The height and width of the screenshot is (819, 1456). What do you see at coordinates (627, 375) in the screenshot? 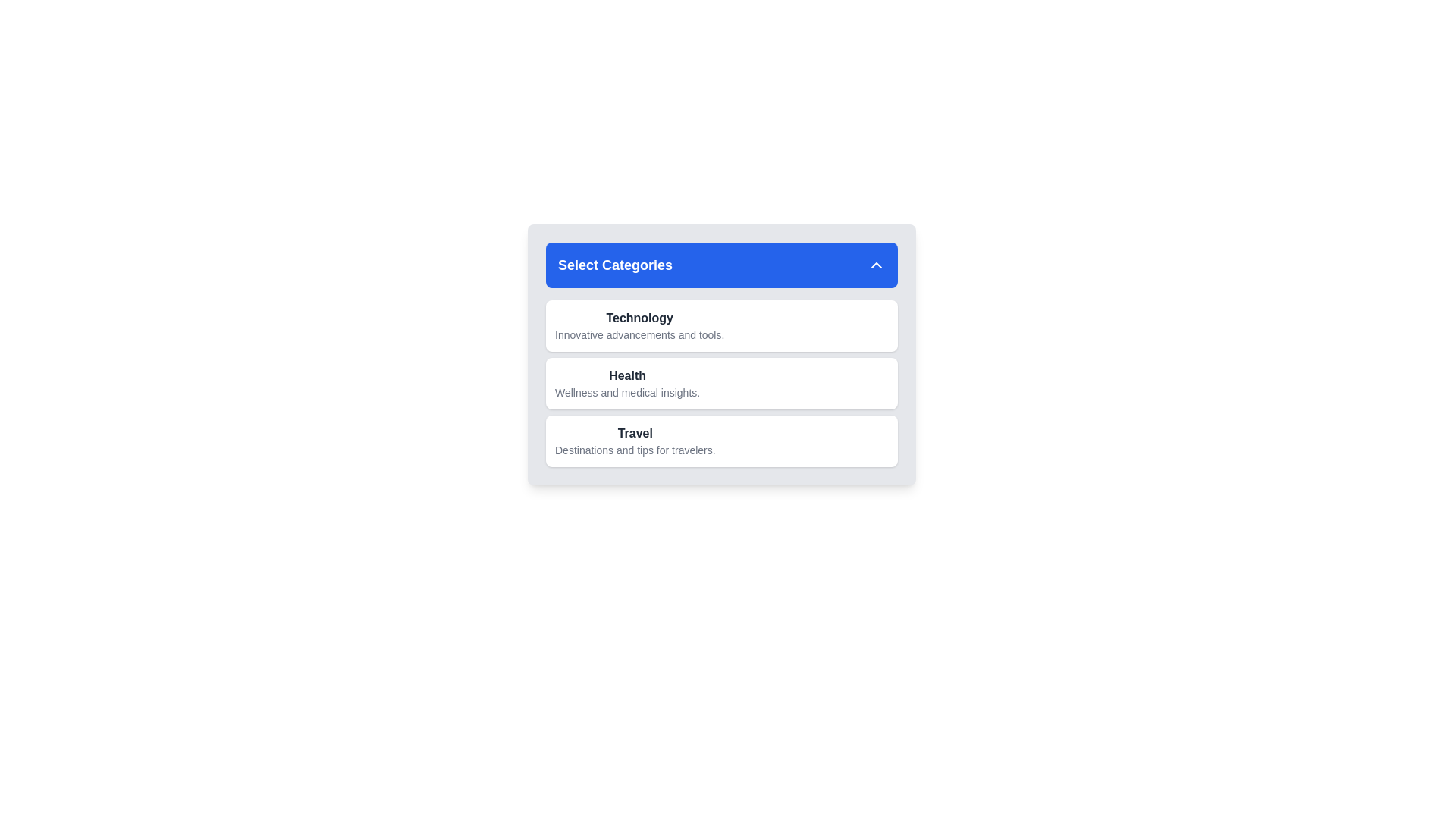
I see `the static text element displaying 'Health', which is the second item in the vertical list of categories located below 'Technology' and above 'Travel'` at bounding box center [627, 375].